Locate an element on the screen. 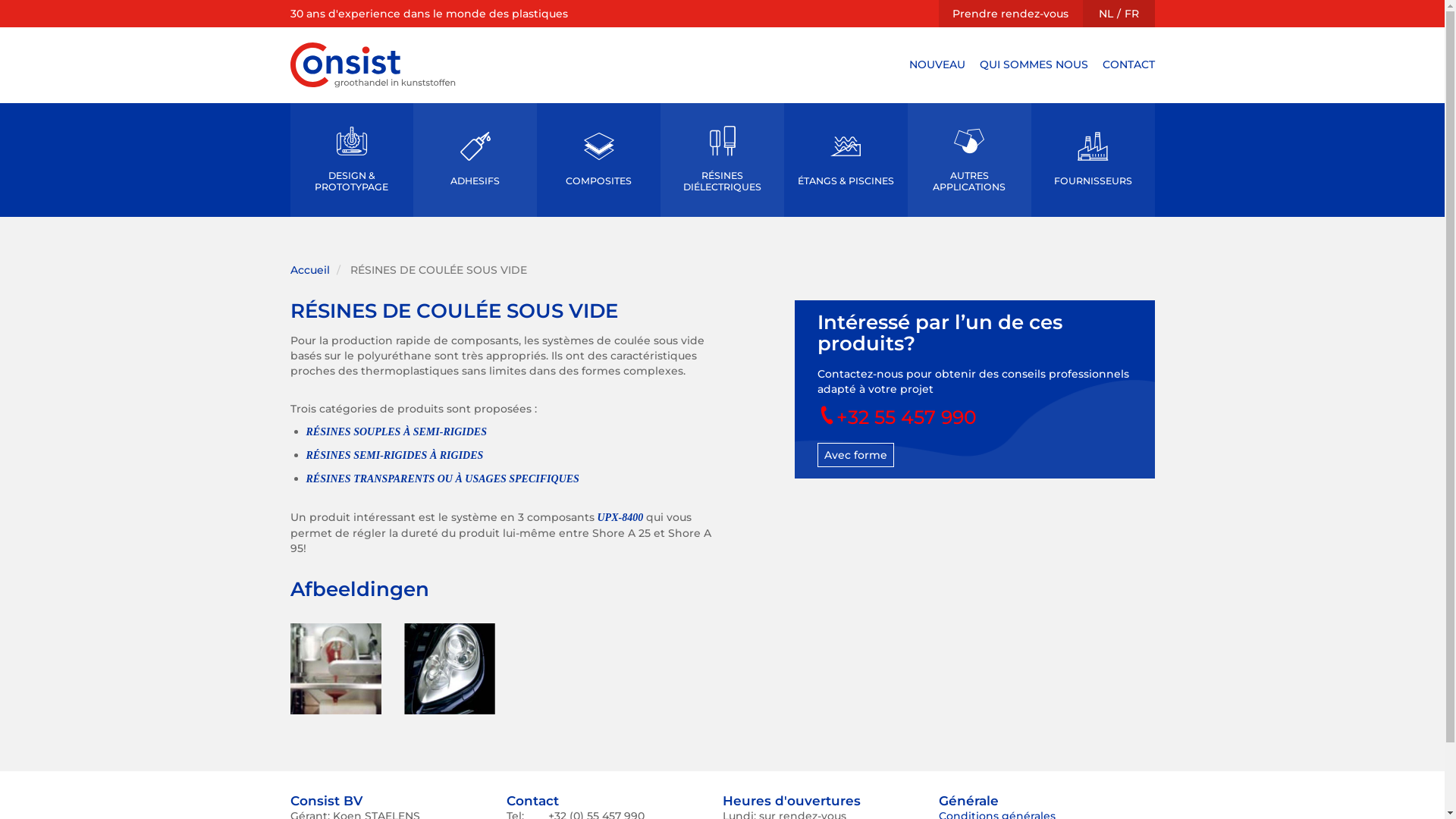  'NL' is located at coordinates (1105, 14).